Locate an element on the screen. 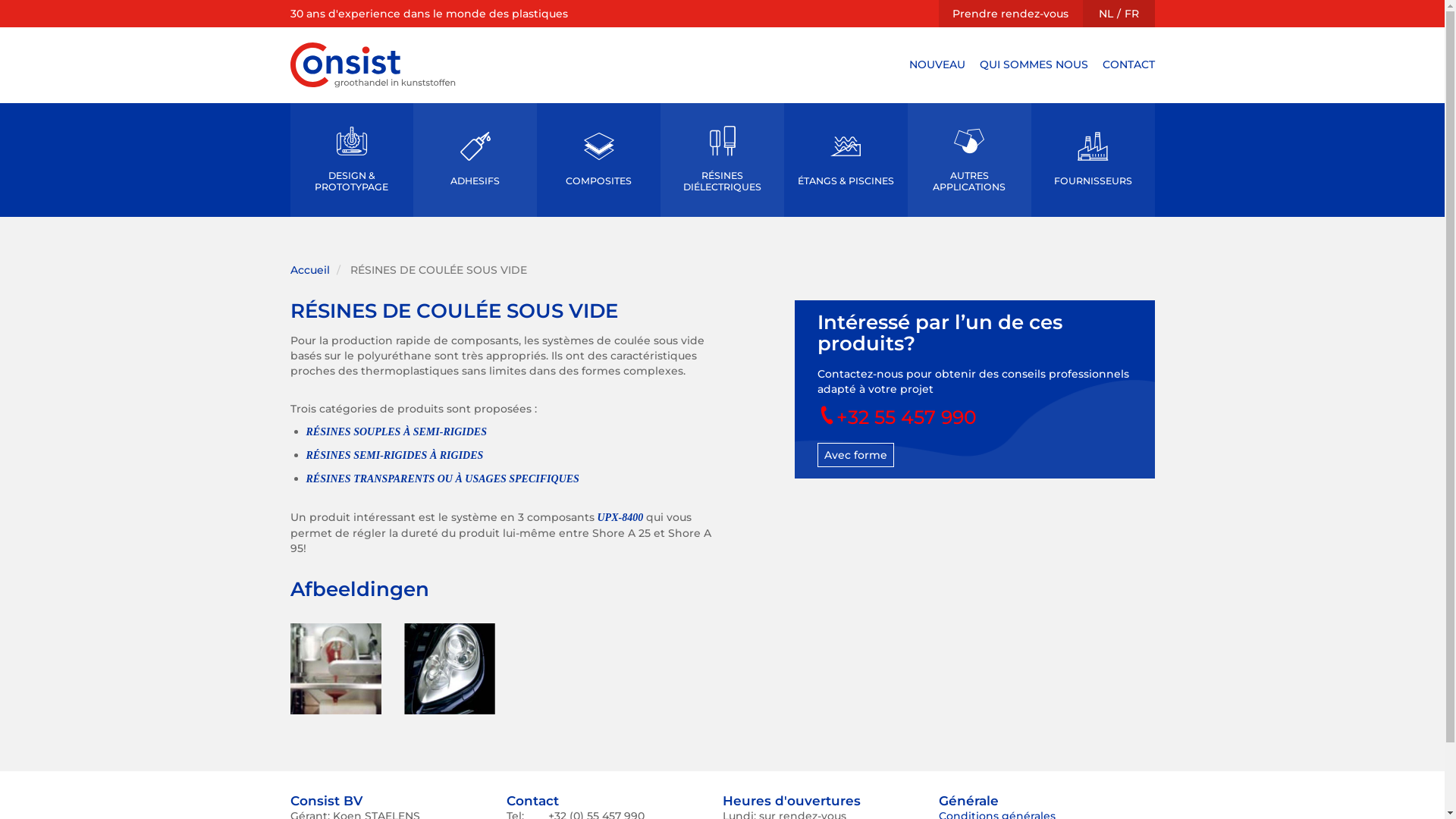  'NL' is located at coordinates (1105, 14).